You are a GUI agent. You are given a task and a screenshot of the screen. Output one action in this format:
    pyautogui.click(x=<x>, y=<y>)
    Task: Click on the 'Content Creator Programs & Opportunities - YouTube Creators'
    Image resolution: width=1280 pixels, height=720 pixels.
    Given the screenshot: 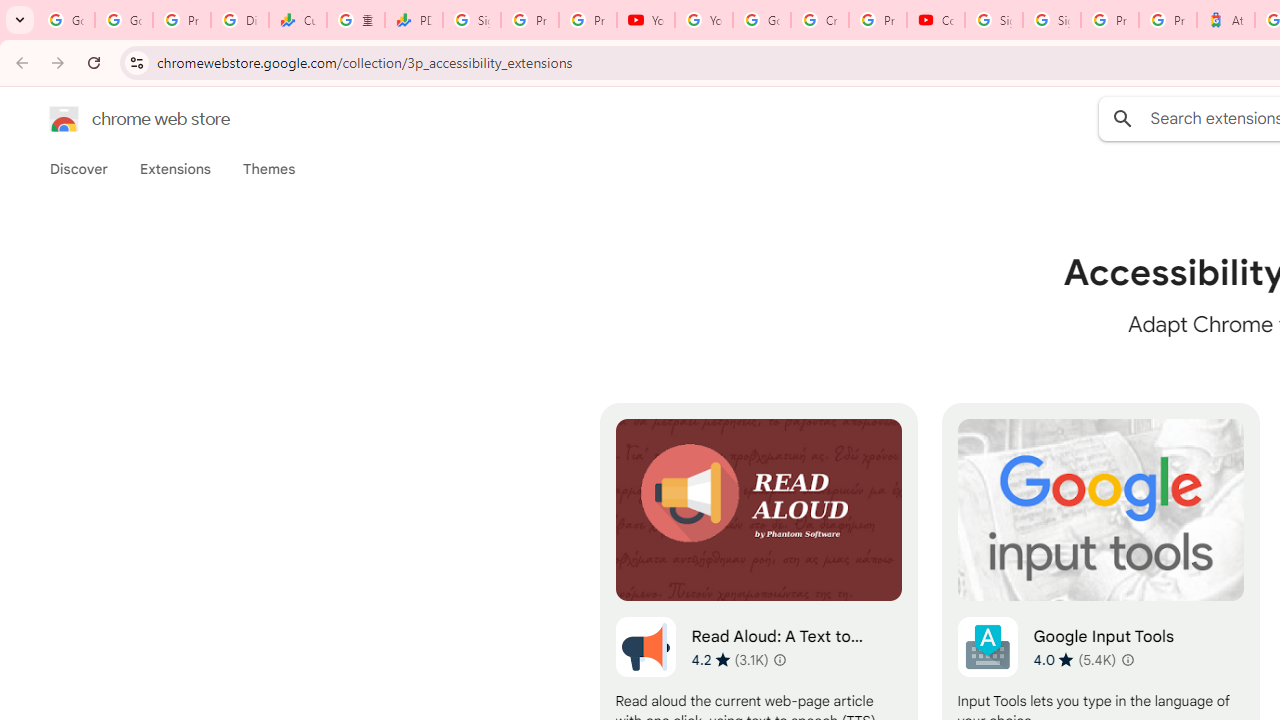 What is the action you would take?
    pyautogui.click(x=935, y=20)
    